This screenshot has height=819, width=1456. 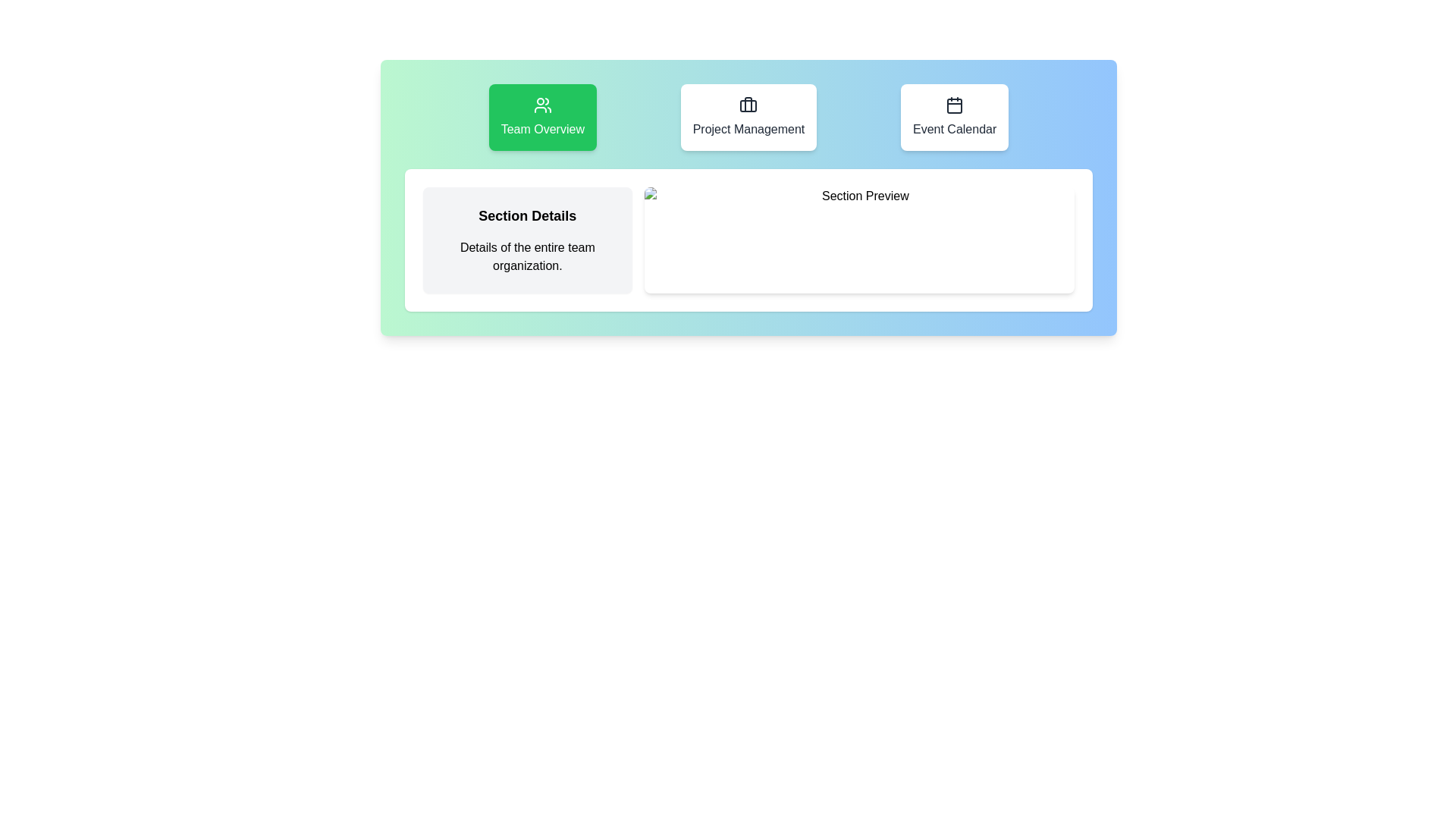 What do you see at coordinates (748, 116) in the screenshot?
I see `the middle button labeled 'Project Management' with a suitcase icon` at bounding box center [748, 116].